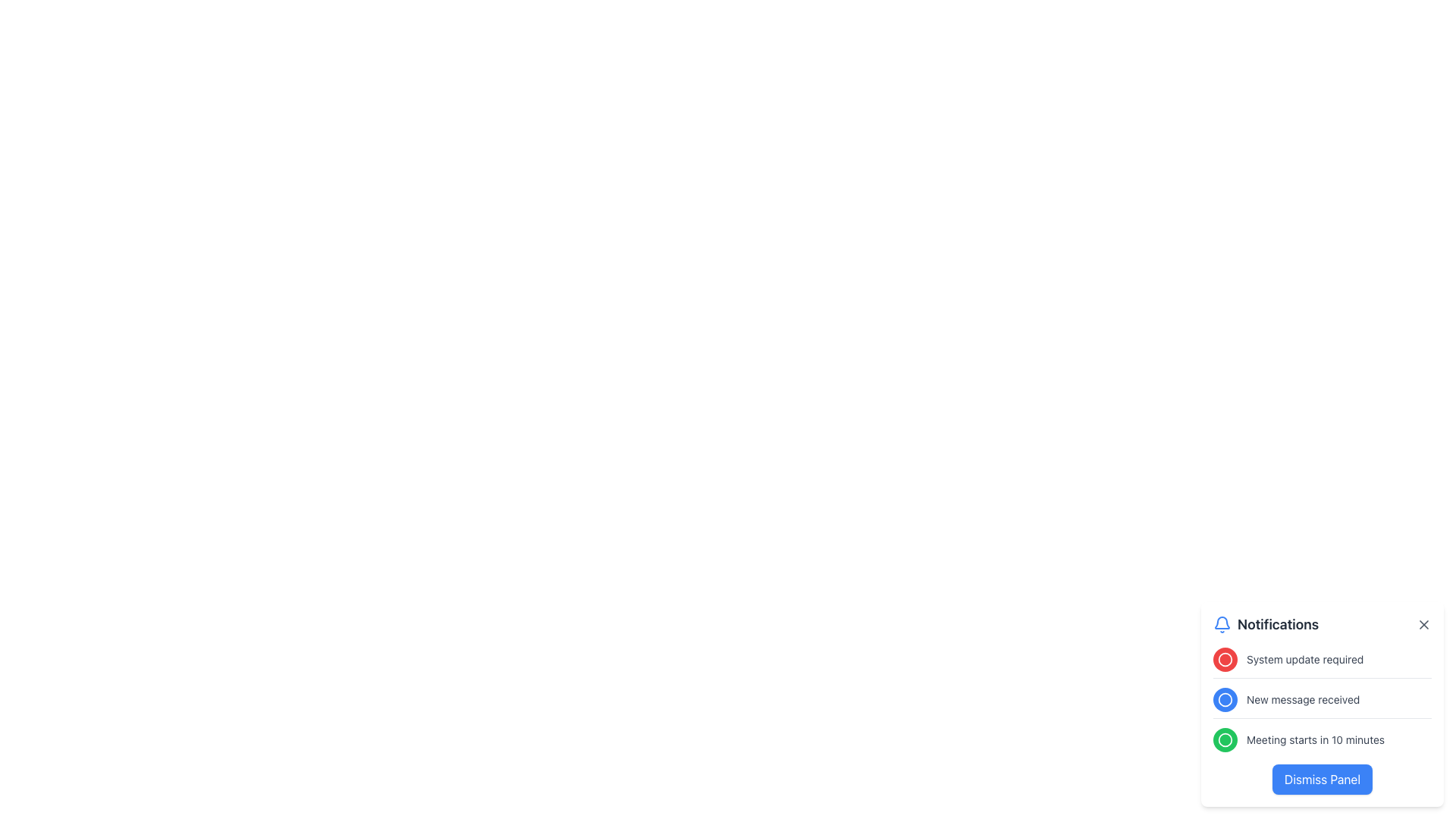 This screenshot has width=1456, height=819. I want to click on notification details for the third notification entry that states 'Meeting starts in 10 minutes', which is visually represented with a green circular icon and dark gray text, so click(1321, 739).